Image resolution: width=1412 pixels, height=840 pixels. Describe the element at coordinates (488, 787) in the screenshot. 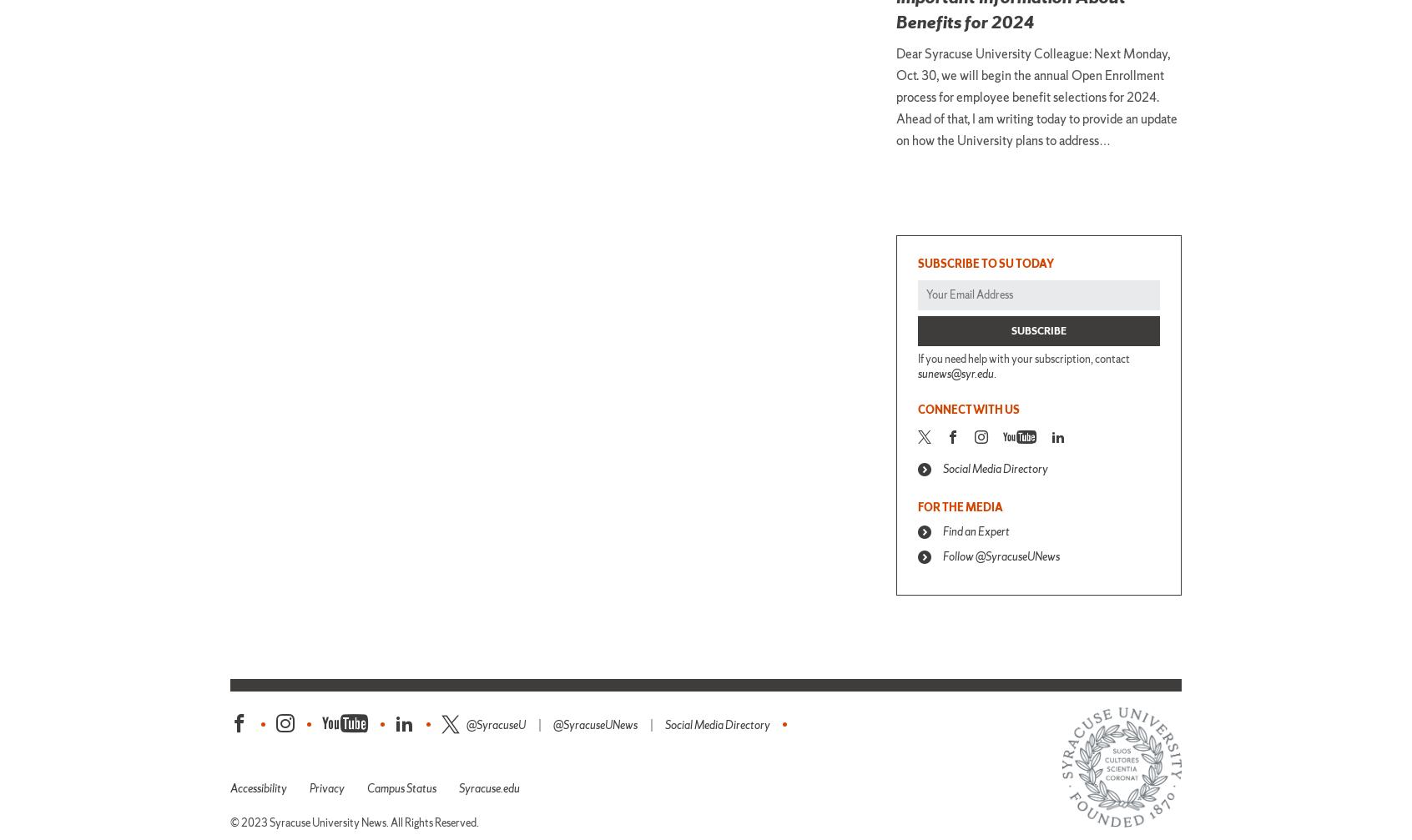

I see `'Syracuse.edu'` at that location.